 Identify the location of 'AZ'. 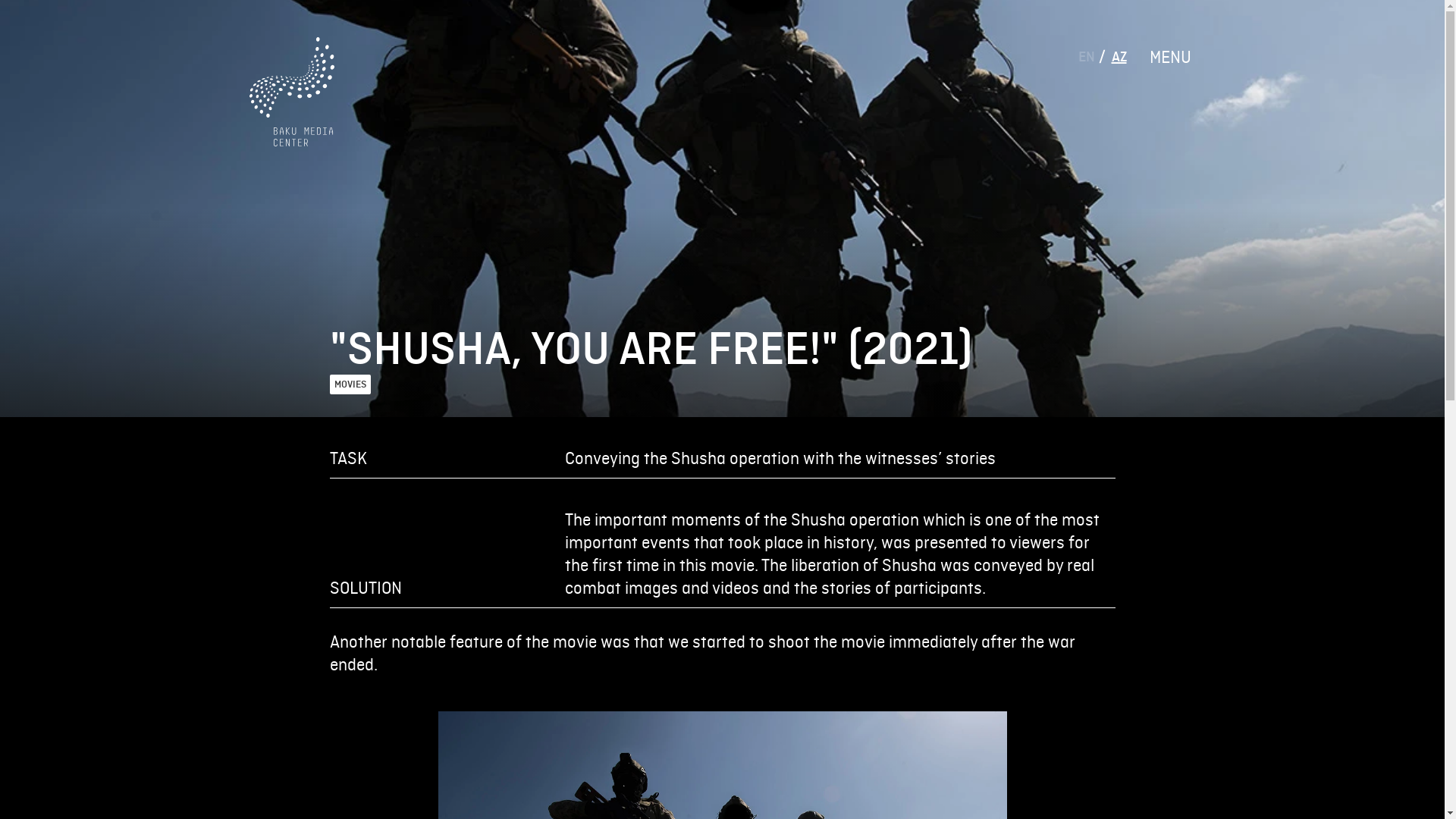
(1119, 55).